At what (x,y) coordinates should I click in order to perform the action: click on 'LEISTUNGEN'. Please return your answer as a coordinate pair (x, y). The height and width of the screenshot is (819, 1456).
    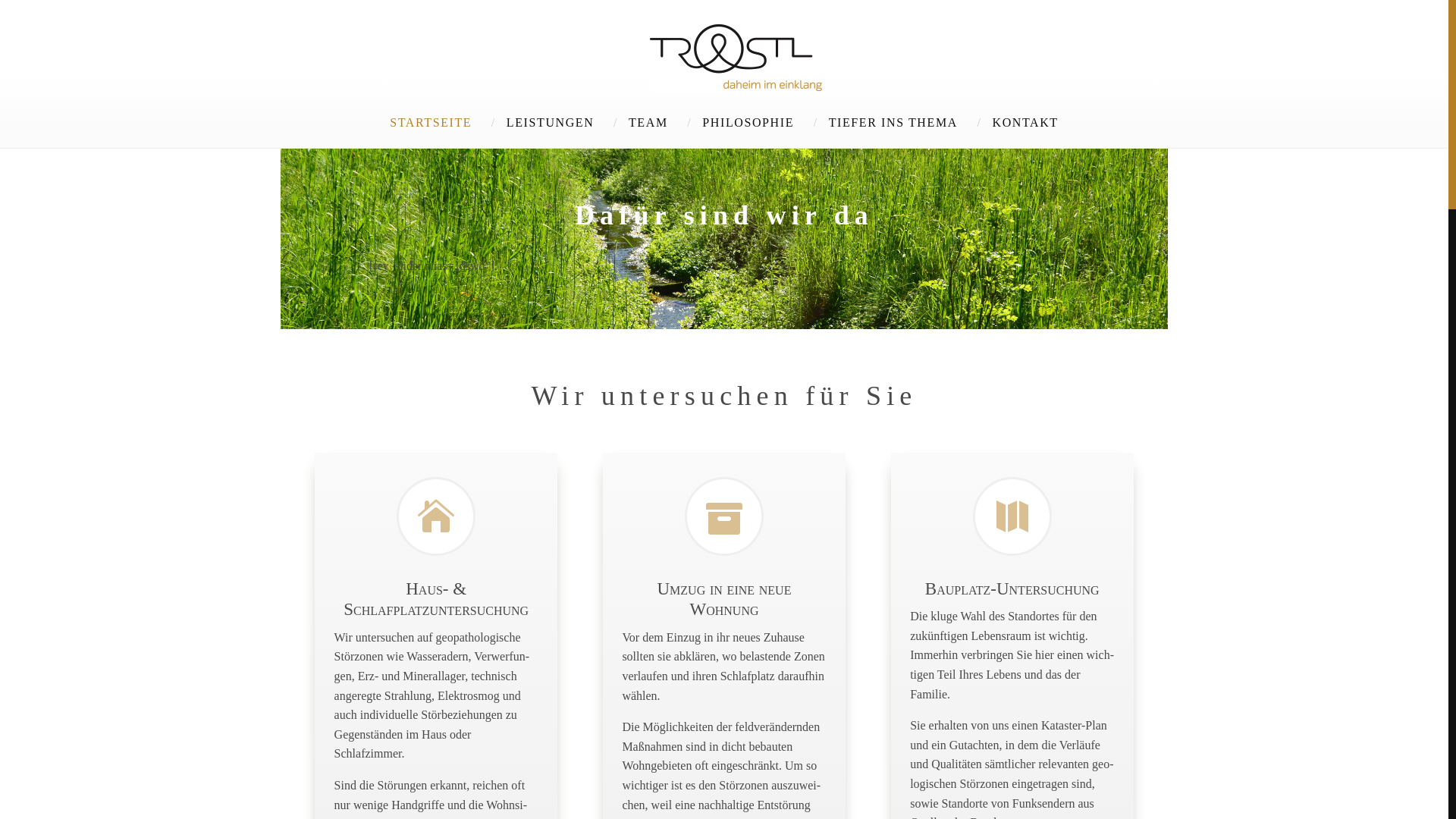
    Looking at the image, I should click on (549, 121).